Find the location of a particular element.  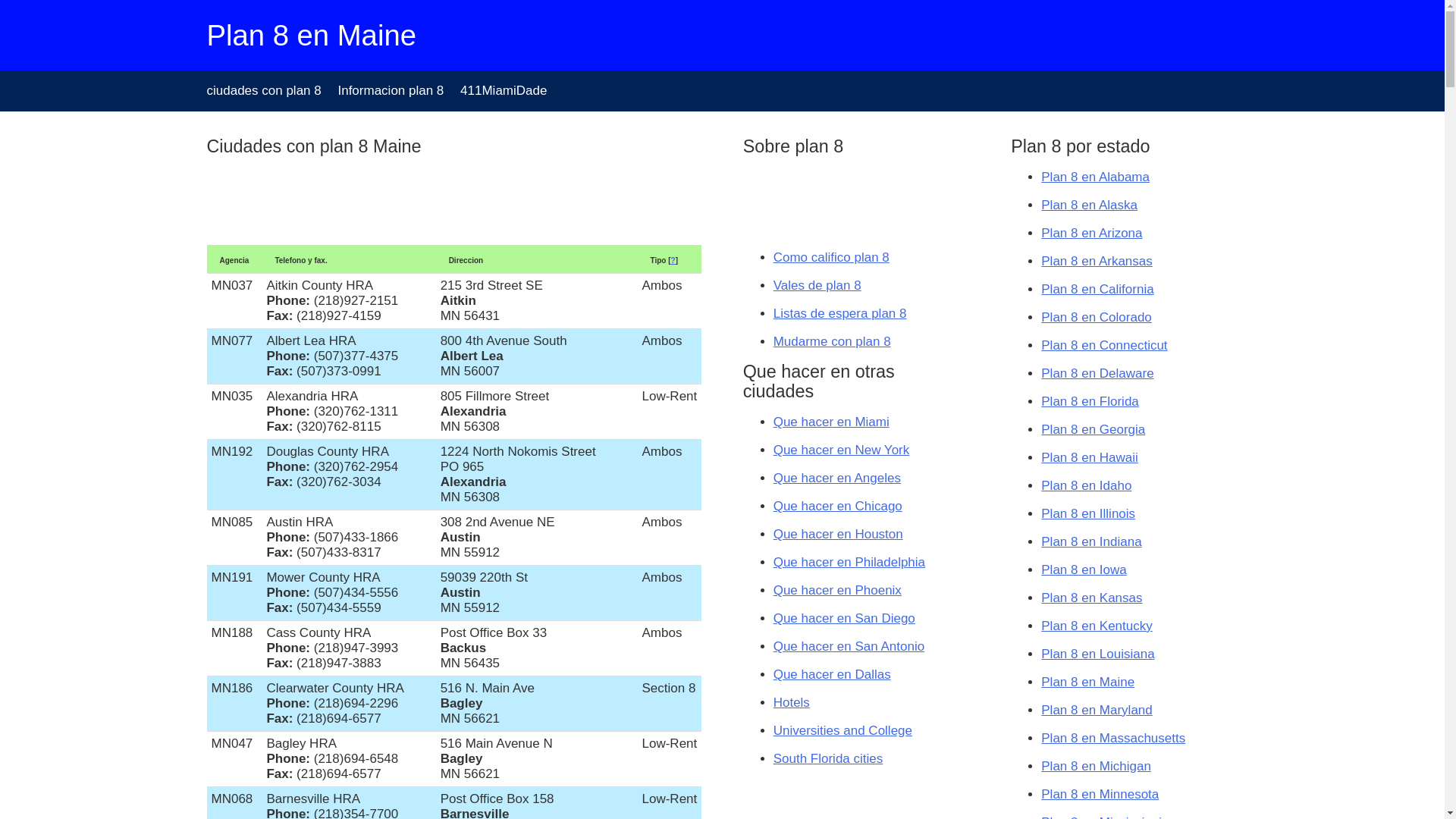

'Cass County HRA' is located at coordinates (318, 632).